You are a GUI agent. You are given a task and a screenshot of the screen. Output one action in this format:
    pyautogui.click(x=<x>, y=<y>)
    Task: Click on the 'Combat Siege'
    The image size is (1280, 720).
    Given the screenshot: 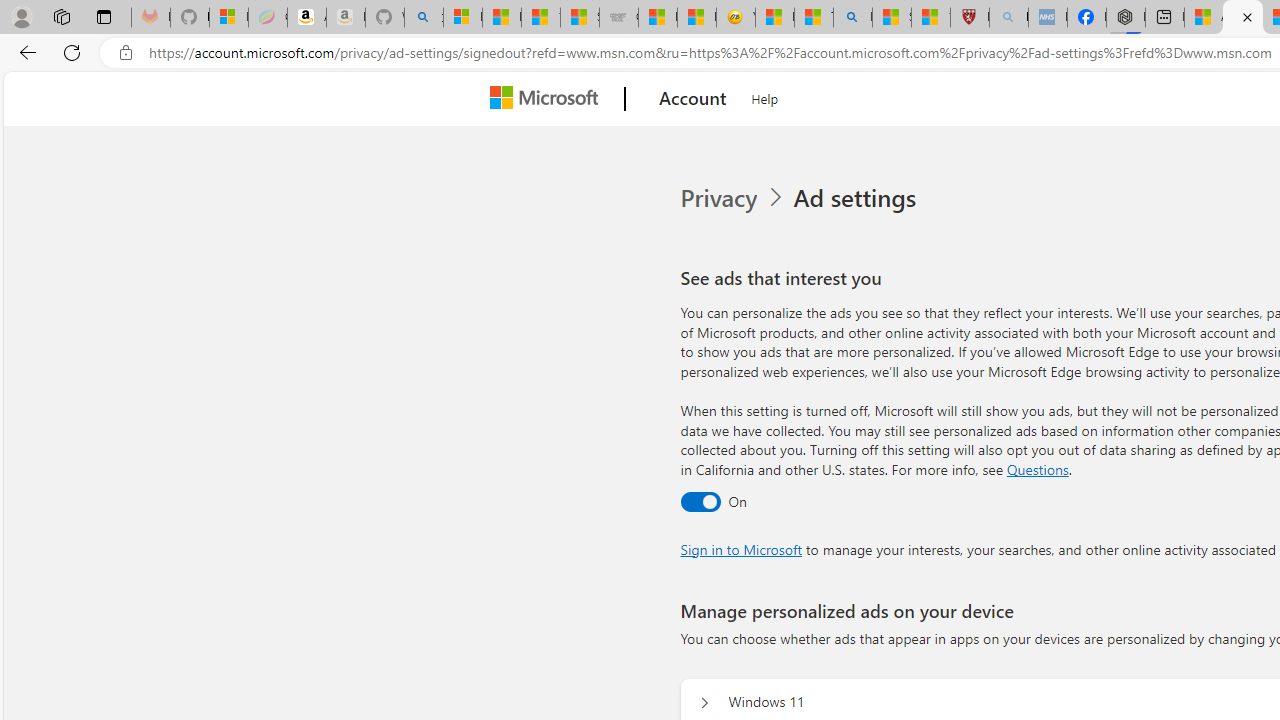 What is the action you would take?
    pyautogui.click(x=617, y=17)
    